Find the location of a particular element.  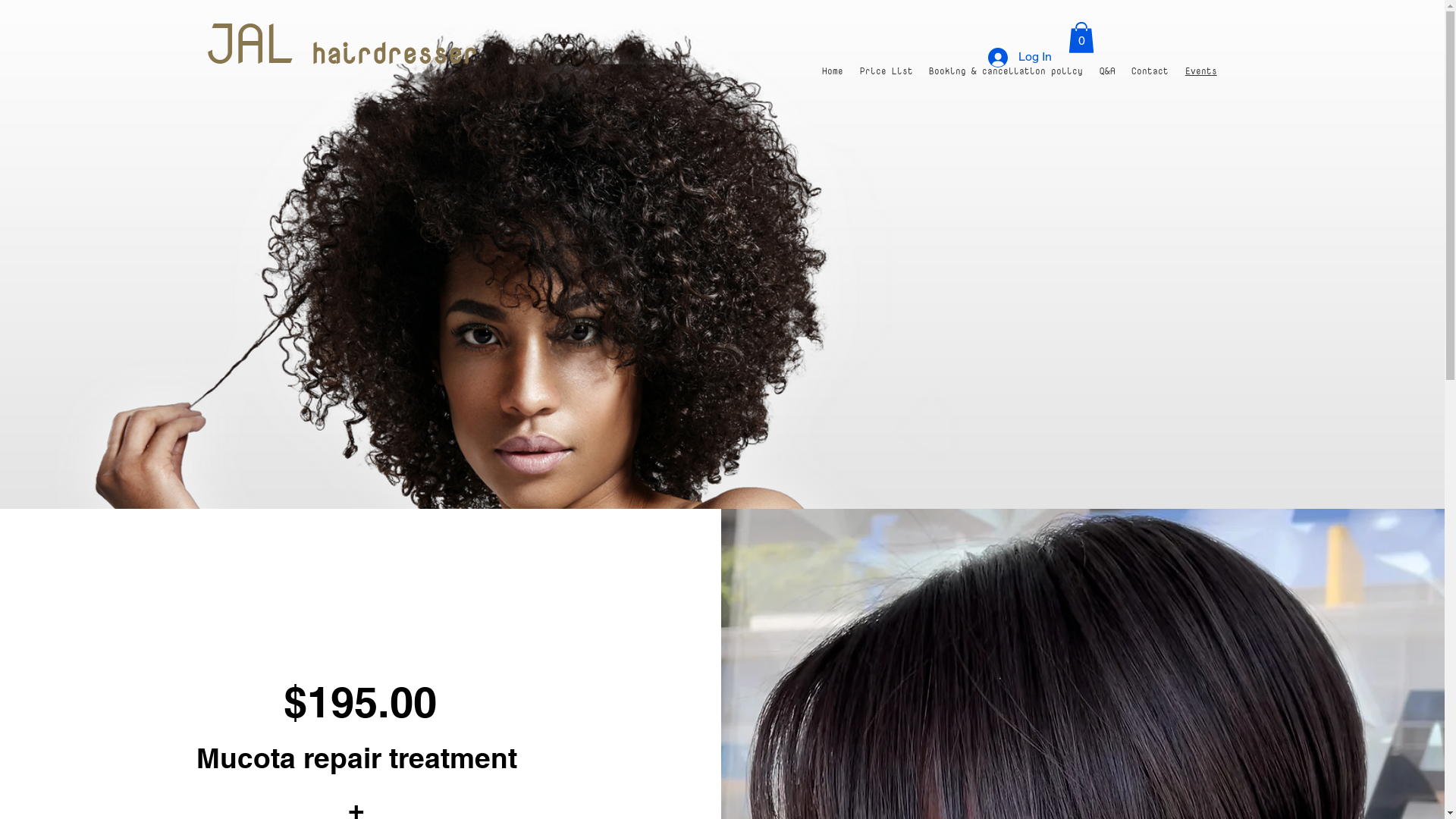

'Events' is located at coordinates (1200, 71).